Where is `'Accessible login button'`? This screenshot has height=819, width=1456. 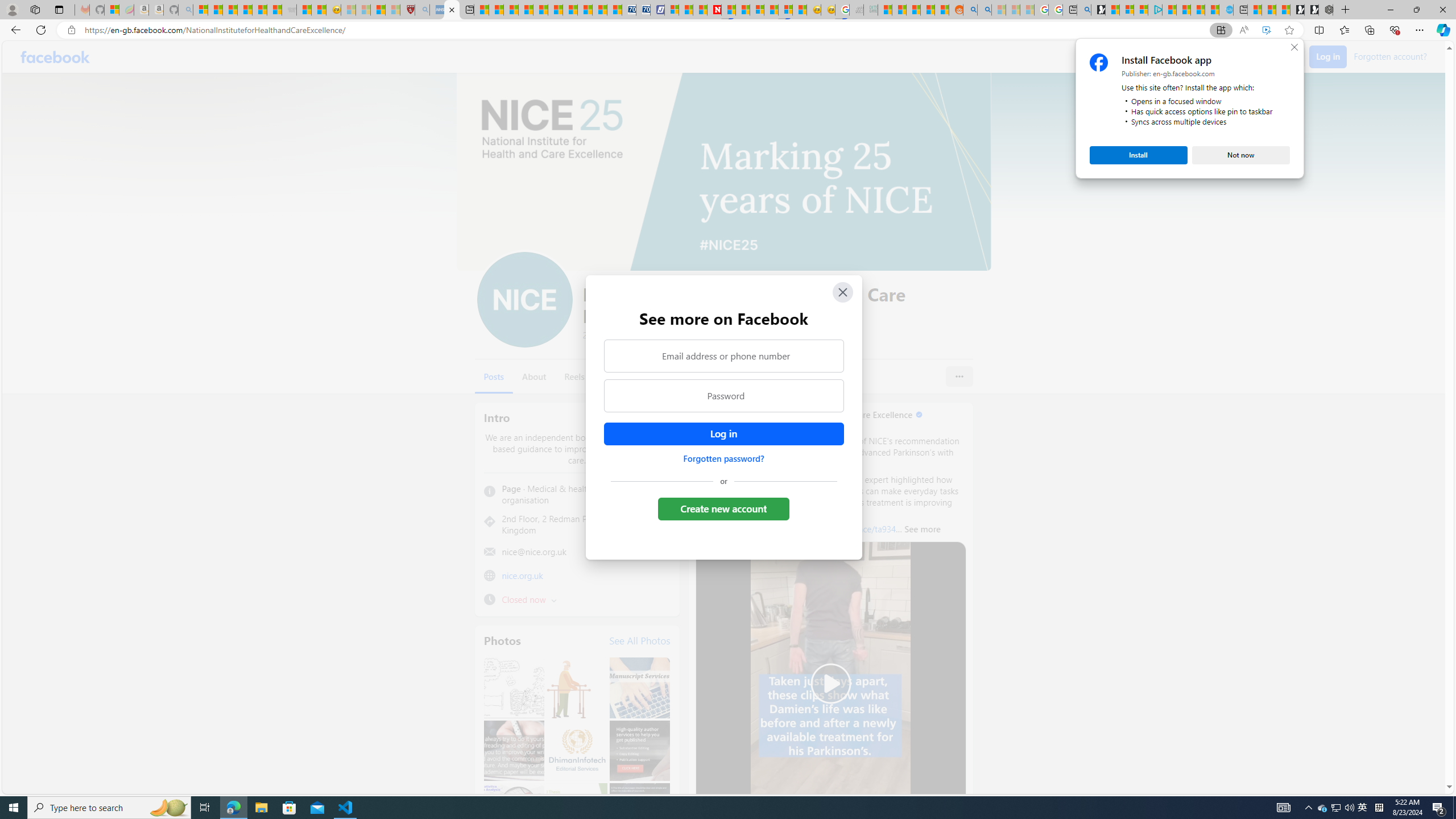 'Accessible login button' is located at coordinates (723, 433).